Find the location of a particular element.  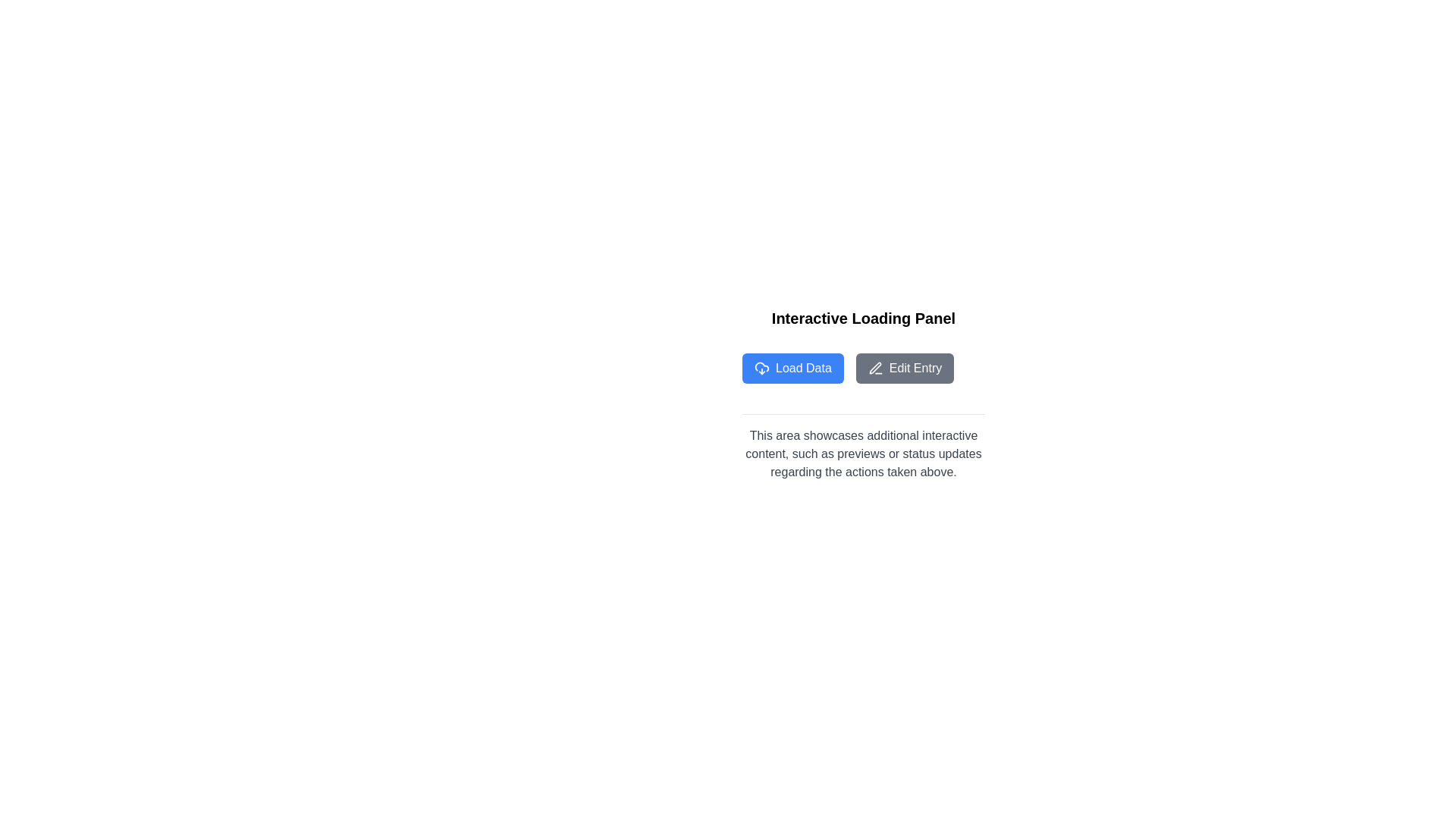

the edit button, which is the second button in the horizontal group located below the 'Interactive Loading Panel' title is located at coordinates (905, 369).